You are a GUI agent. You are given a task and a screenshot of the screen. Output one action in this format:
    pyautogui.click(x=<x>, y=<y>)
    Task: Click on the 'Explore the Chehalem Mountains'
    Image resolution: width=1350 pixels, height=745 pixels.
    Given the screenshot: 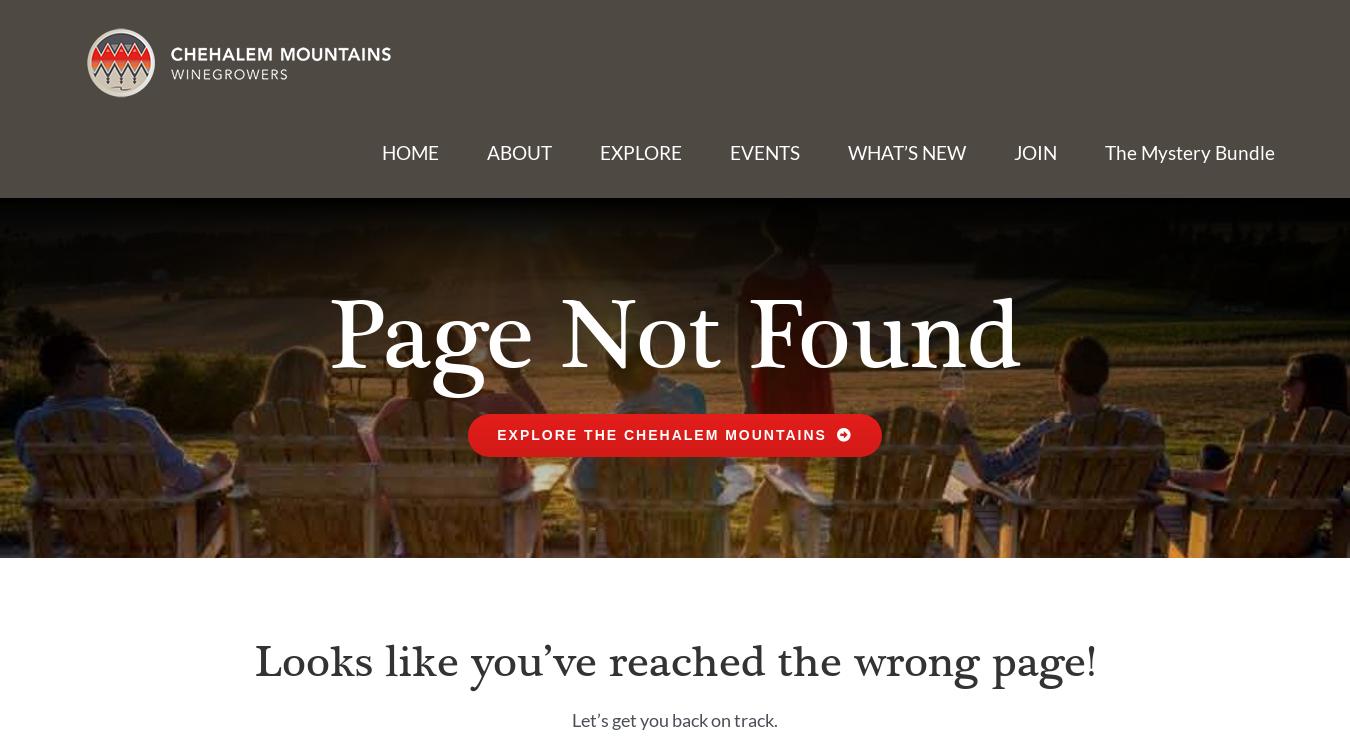 What is the action you would take?
    pyautogui.click(x=495, y=434)
    